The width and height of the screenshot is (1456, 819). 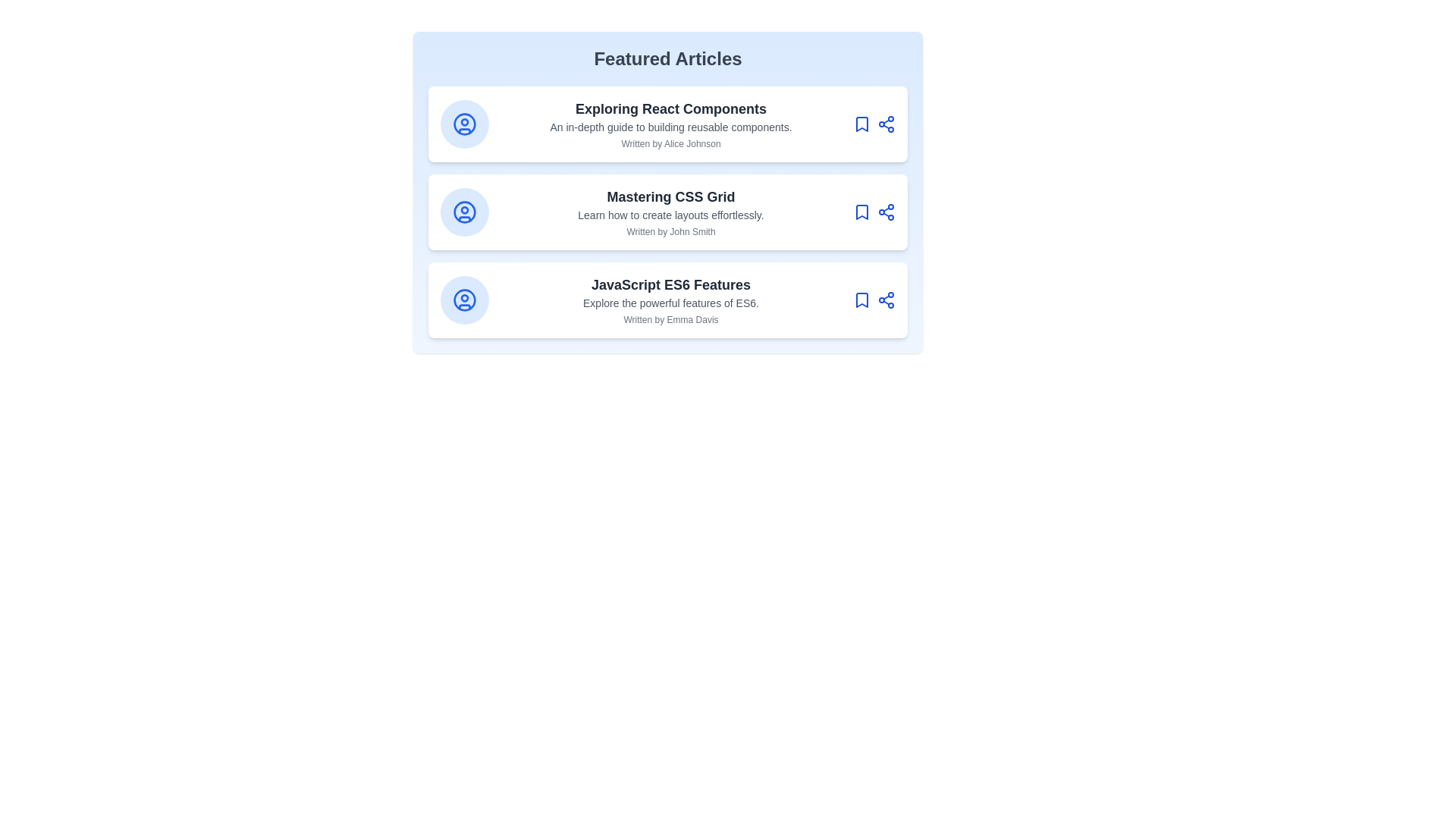 I want to click on user icon on the article card corresponding to Exploring React Components, so click(x=464, y=124).